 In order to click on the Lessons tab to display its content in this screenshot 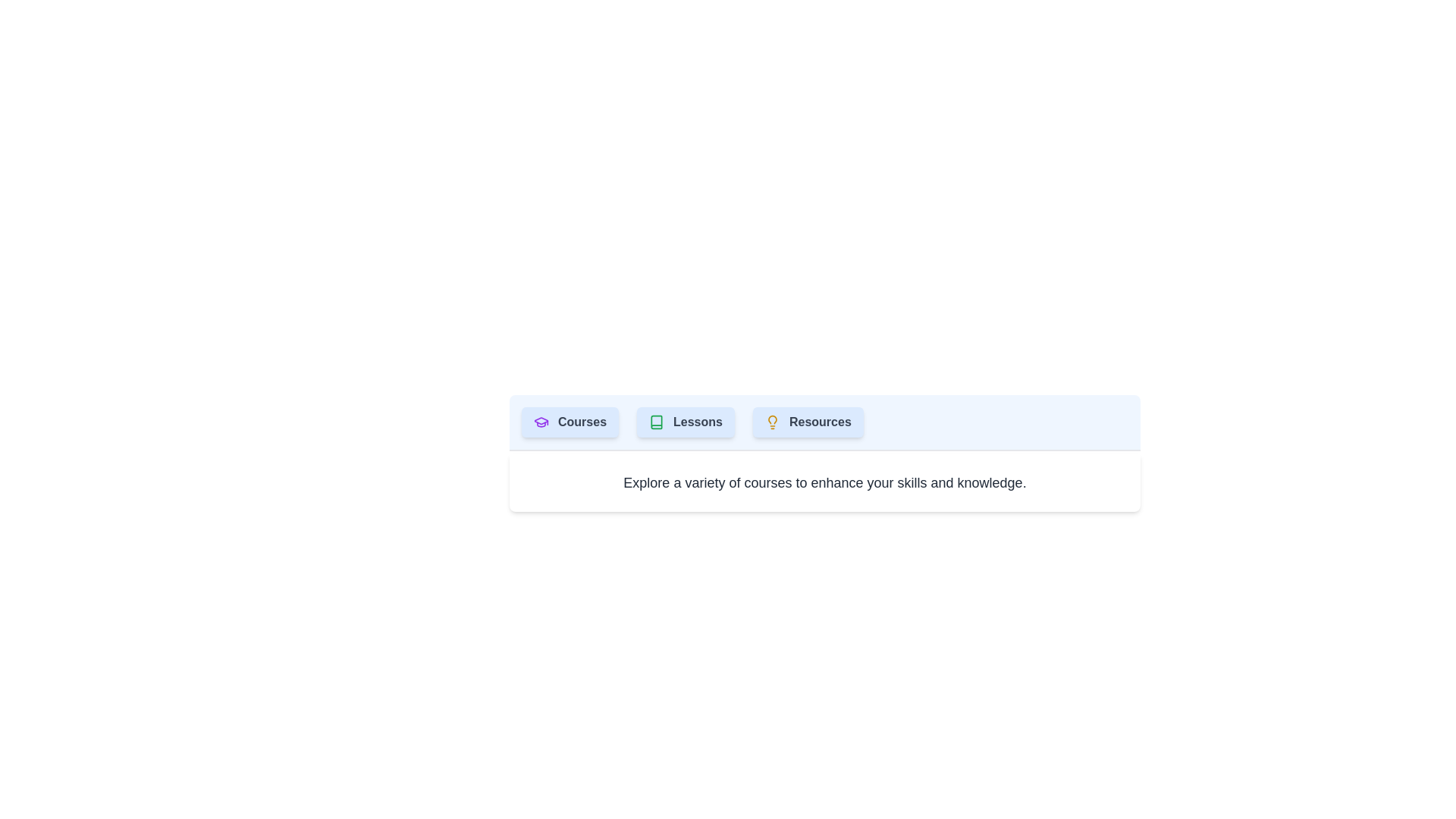, I will do `click(684, 422)`.